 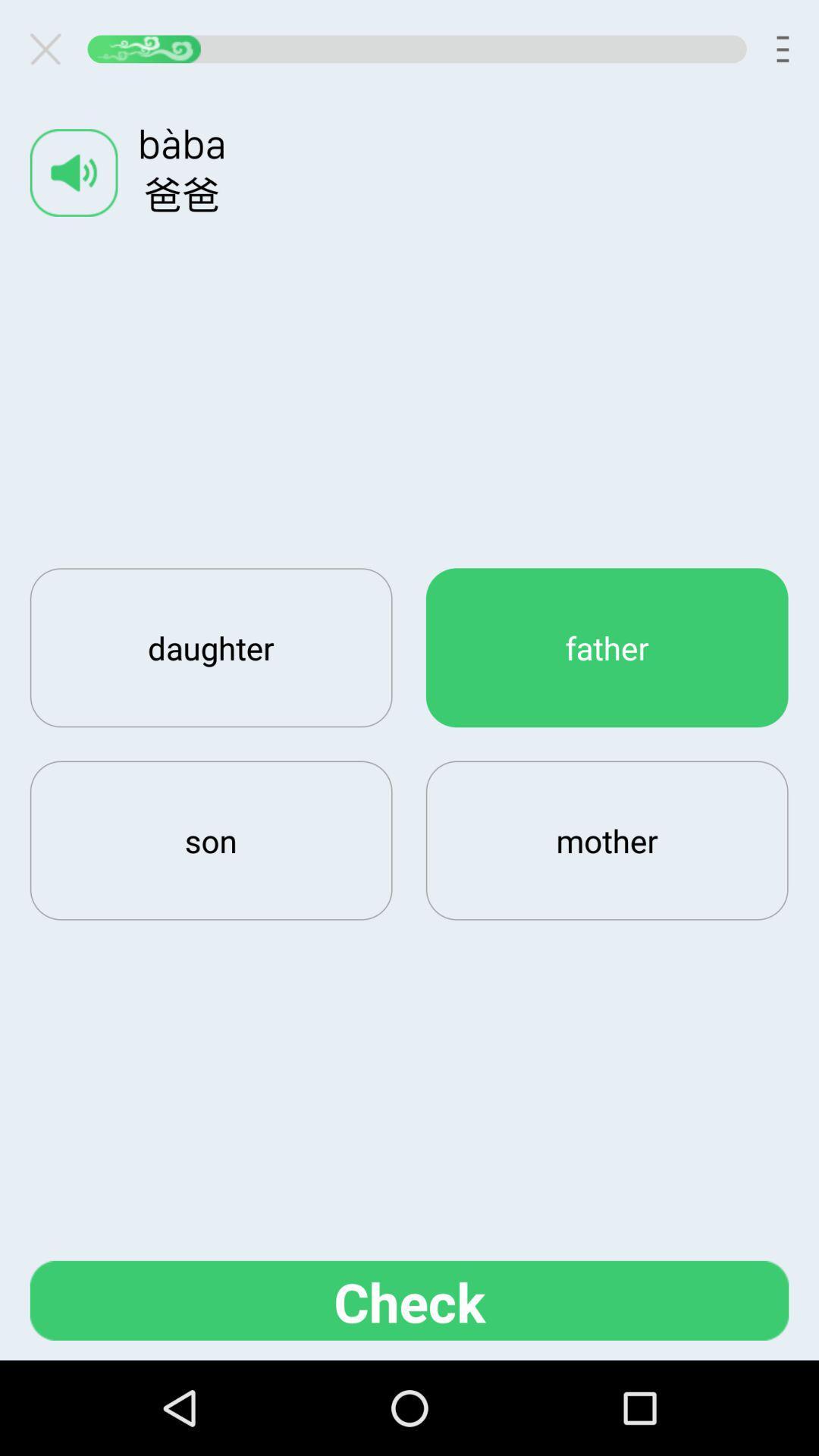 I want to click on hear pronunciation, so click(x=74, y=172).